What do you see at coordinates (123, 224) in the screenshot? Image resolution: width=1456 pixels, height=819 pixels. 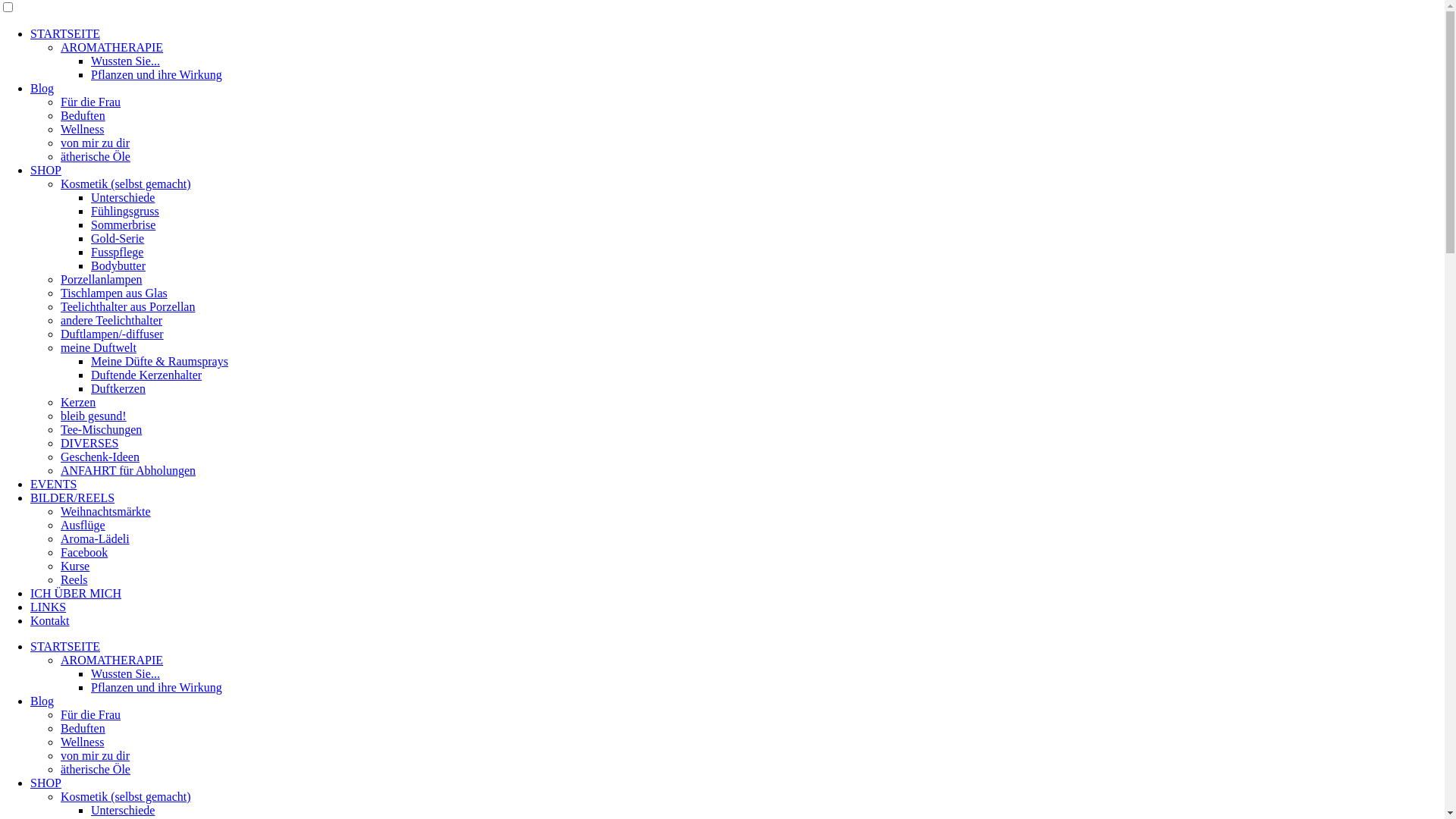 I see `'Sommerbrise'` at bounding box center [123, 224].